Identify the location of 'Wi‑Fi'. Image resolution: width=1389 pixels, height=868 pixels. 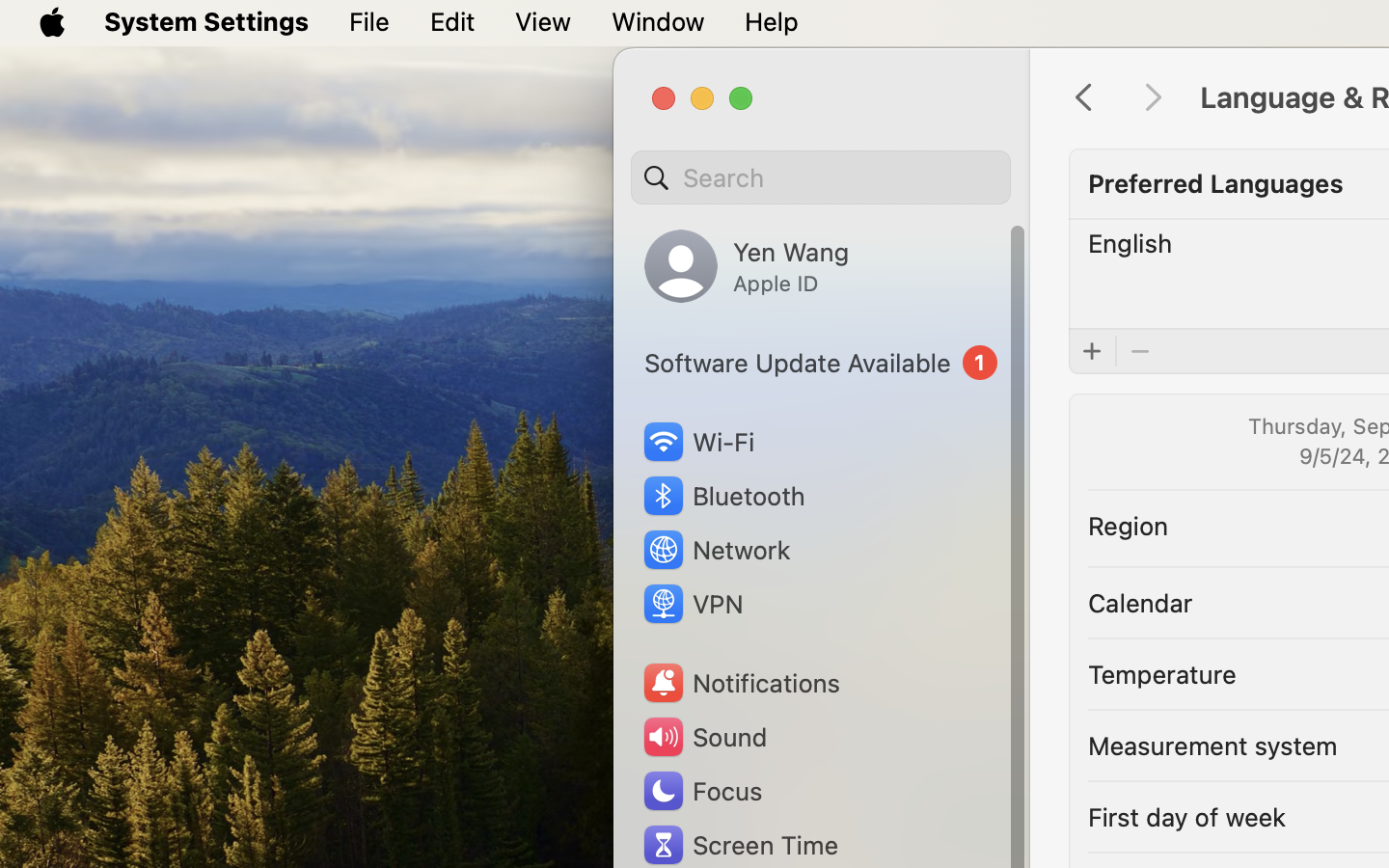
(696, 441).